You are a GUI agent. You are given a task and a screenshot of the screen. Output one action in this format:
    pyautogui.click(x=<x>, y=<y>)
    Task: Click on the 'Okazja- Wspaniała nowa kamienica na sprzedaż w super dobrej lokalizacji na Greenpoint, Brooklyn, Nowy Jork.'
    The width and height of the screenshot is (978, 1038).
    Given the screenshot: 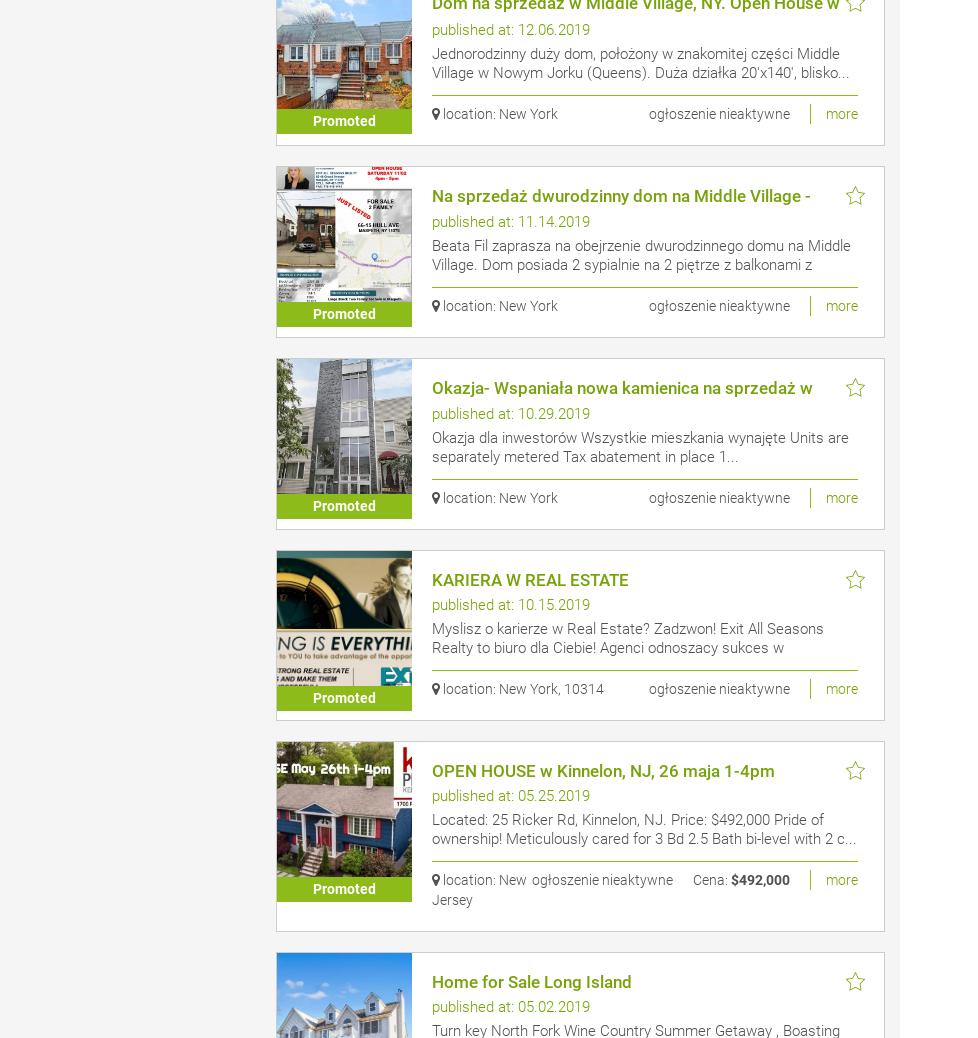 What is the action you would take?
    pyautogui.click(x=636, y=405)
    